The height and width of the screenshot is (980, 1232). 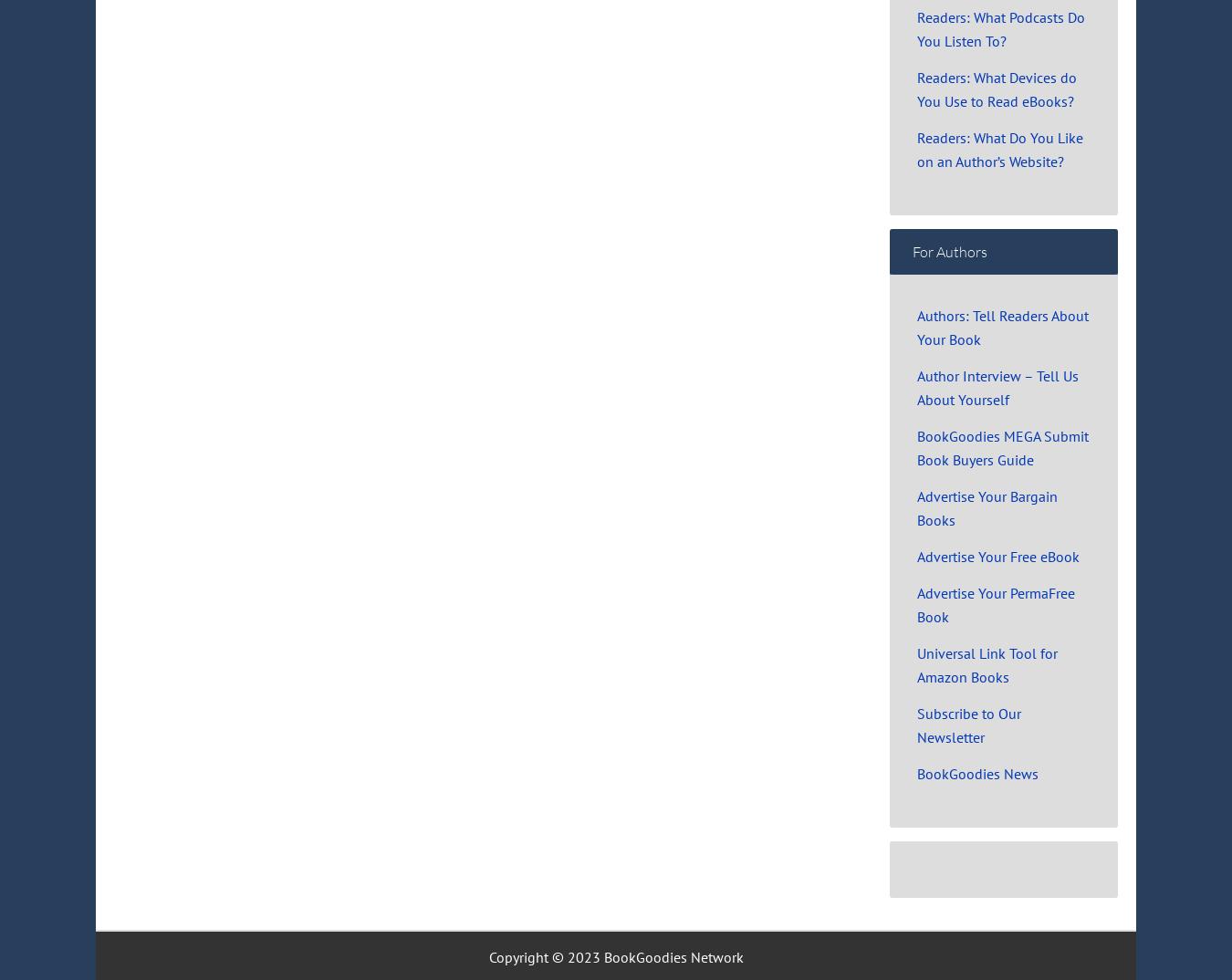 I want to click on 'Readers: What Podcasts Do You Listen To?', so click(x=1001, y=27).